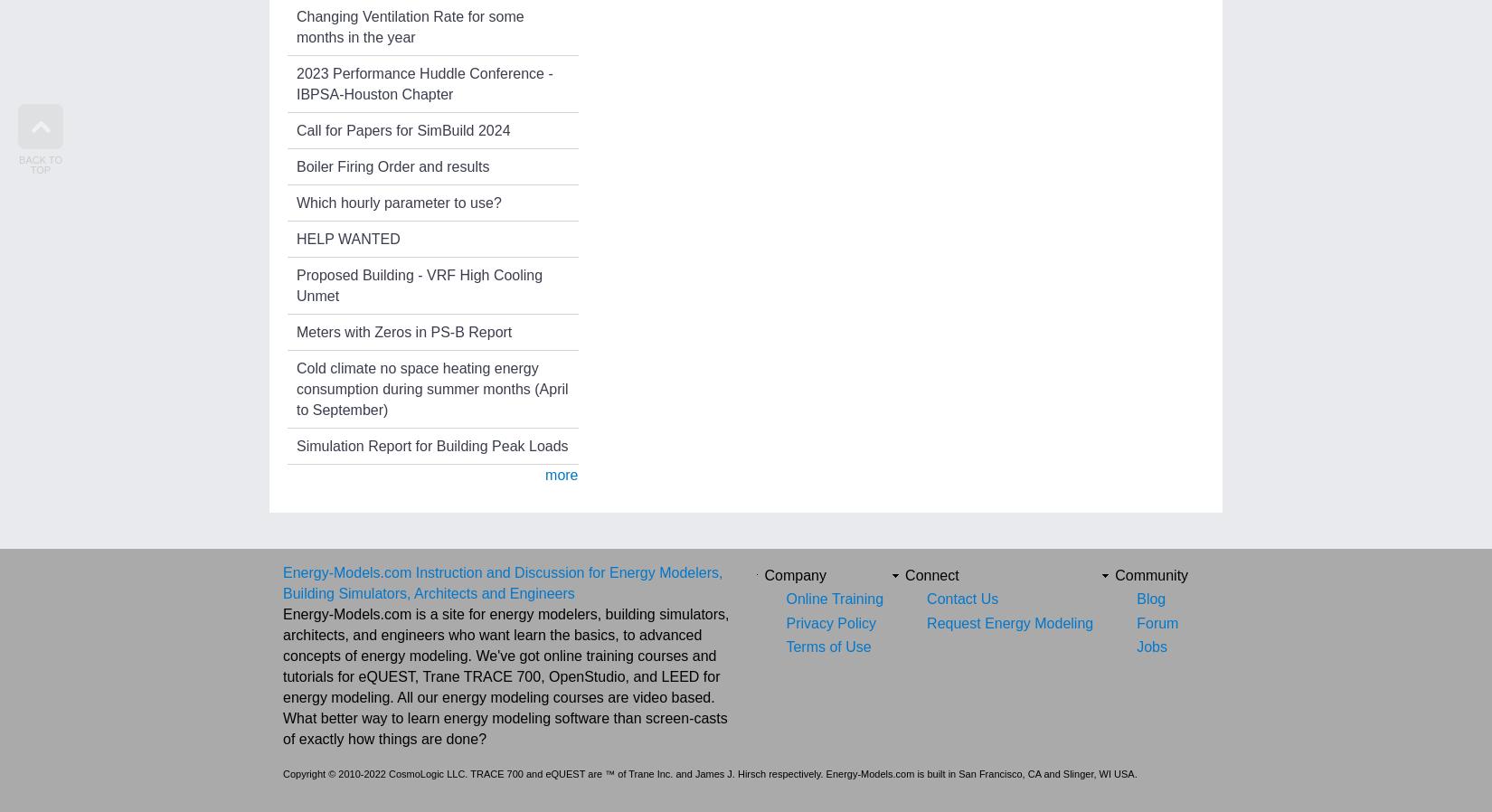  What do you see at coordinates (409, 25) in the screenshot?
I see `'Changing Ventilation Rate for some months in the year'` at bounding box center [409, 25].